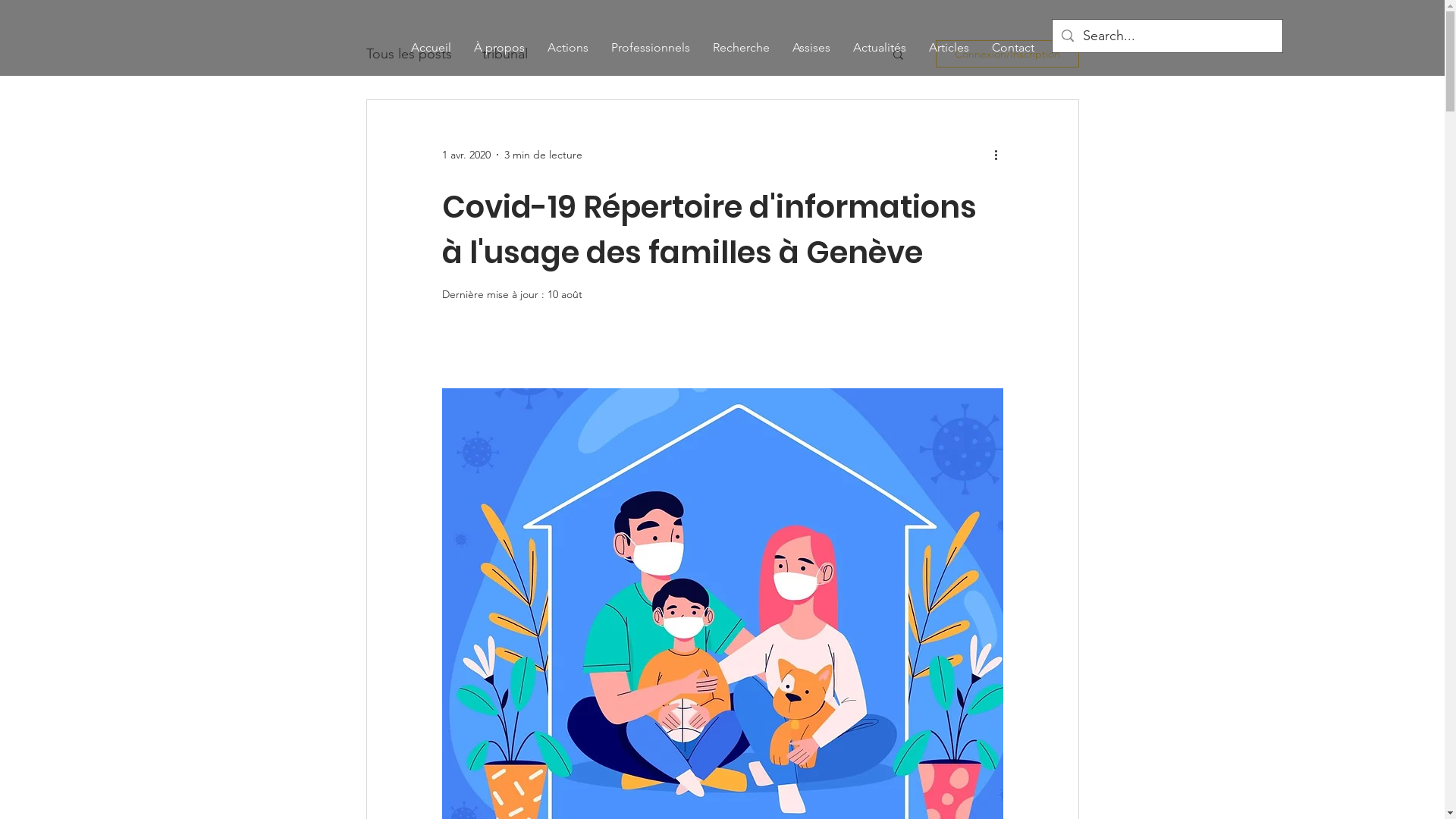 This screenshot has height=819, width=1456. I want to click on 'Actions', so click(535, 46).